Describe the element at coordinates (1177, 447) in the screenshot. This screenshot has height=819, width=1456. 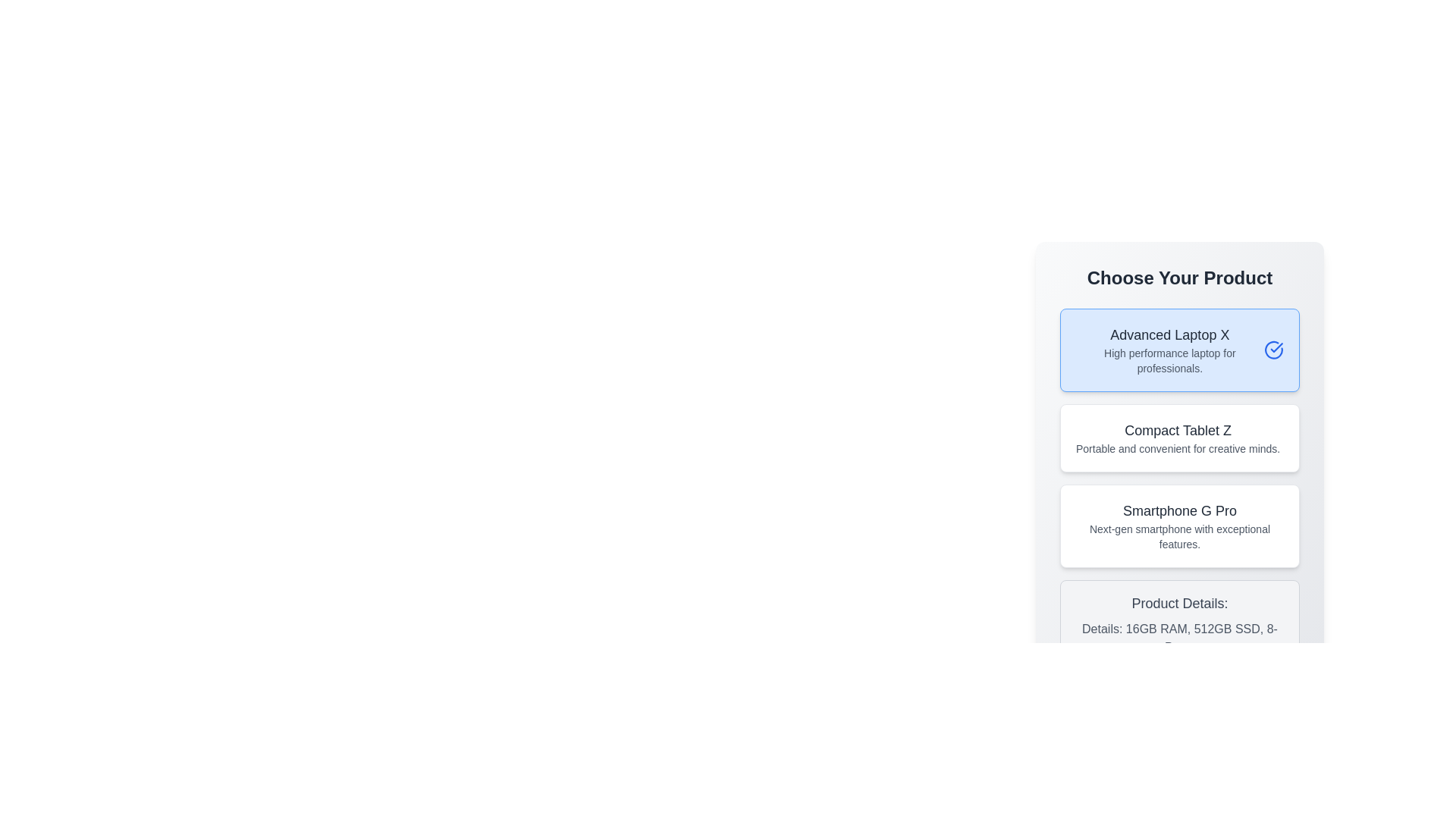
I see `the text label that provides additional context for the product 'Compact Tablet Z'` at that location.